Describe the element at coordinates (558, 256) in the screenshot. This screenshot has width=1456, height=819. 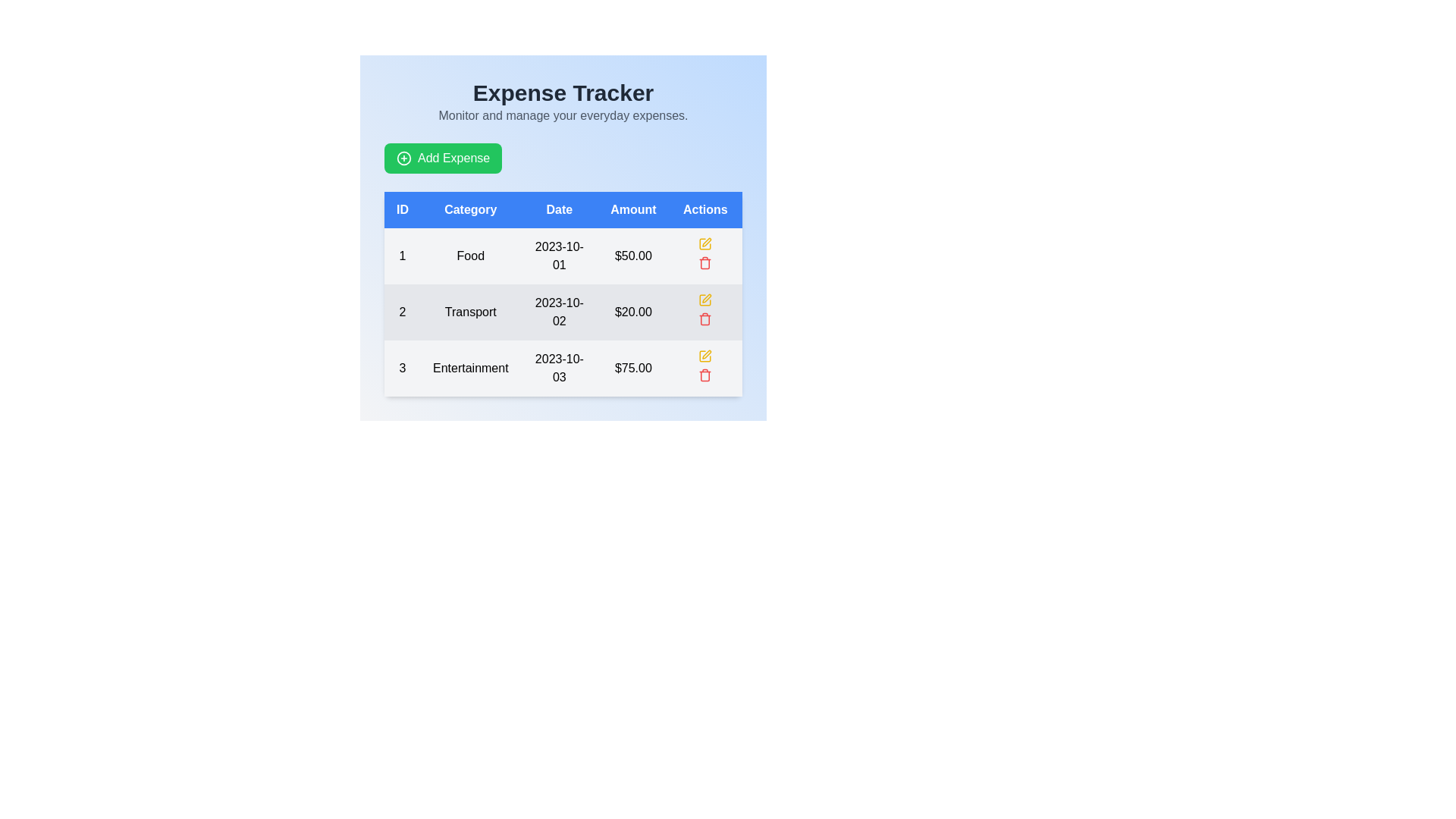
I see `the static text display showing the date in the third column of the first row of the table, located under the 'Date' header and to the left of the '$50.00' amount` at that location.